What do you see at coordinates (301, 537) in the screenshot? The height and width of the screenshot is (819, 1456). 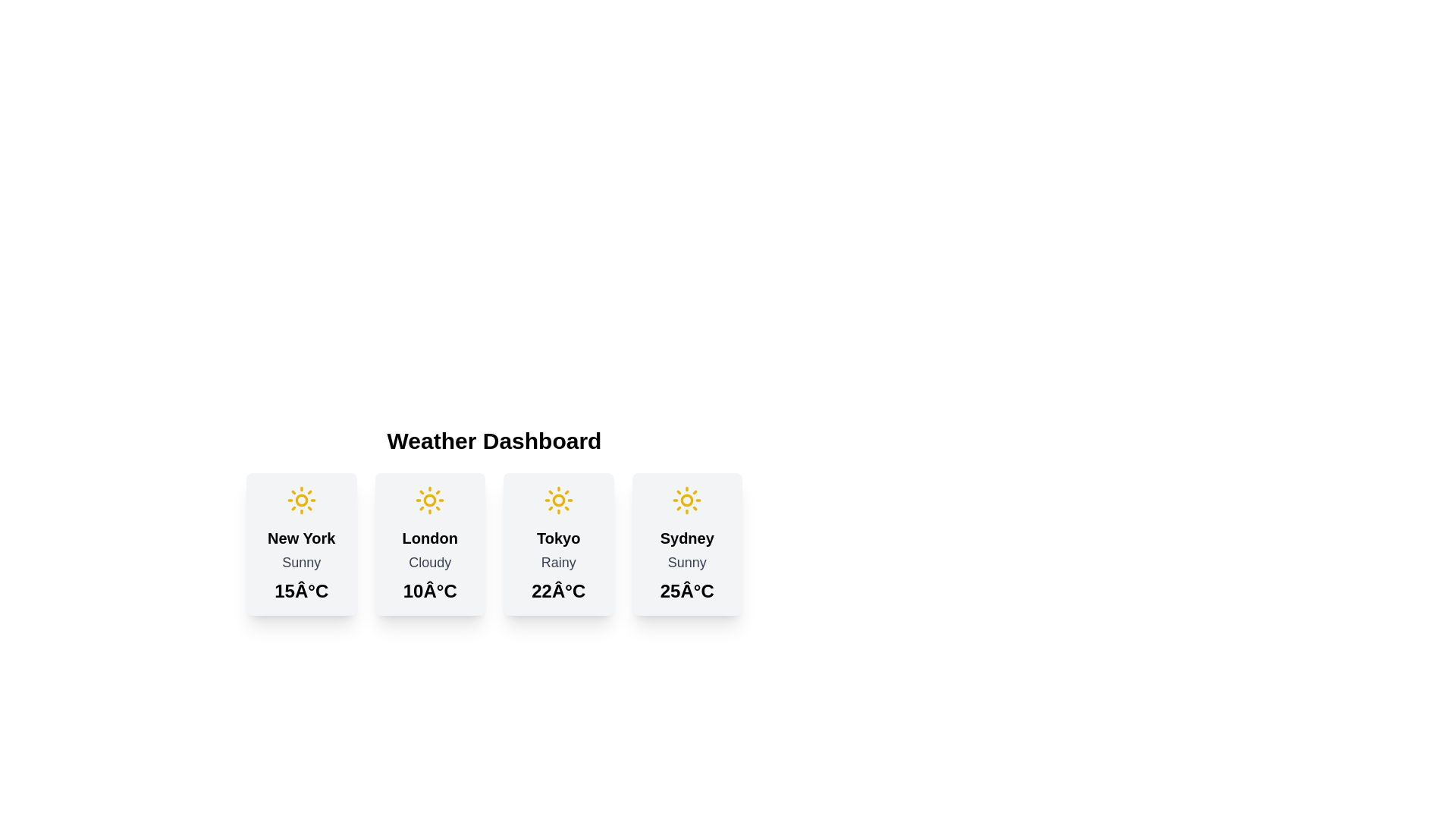 I see `the text label element displaying 'New York'` at bounding box center [301, 537].